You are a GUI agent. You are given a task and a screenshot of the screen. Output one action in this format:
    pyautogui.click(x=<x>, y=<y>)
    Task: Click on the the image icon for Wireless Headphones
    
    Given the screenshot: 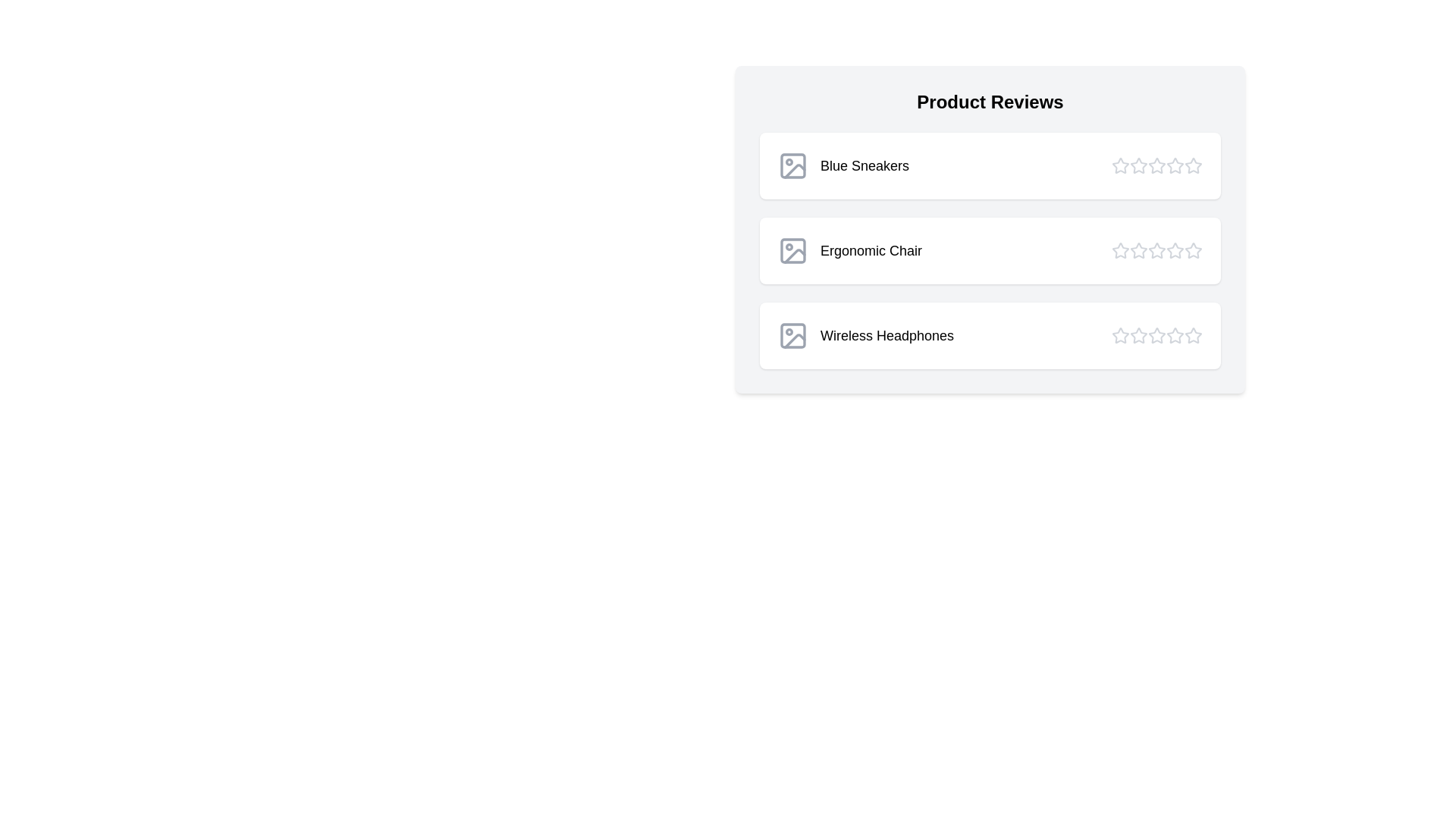 What is the action you would take?
    pyautogui.click(x=792, y=335)
    